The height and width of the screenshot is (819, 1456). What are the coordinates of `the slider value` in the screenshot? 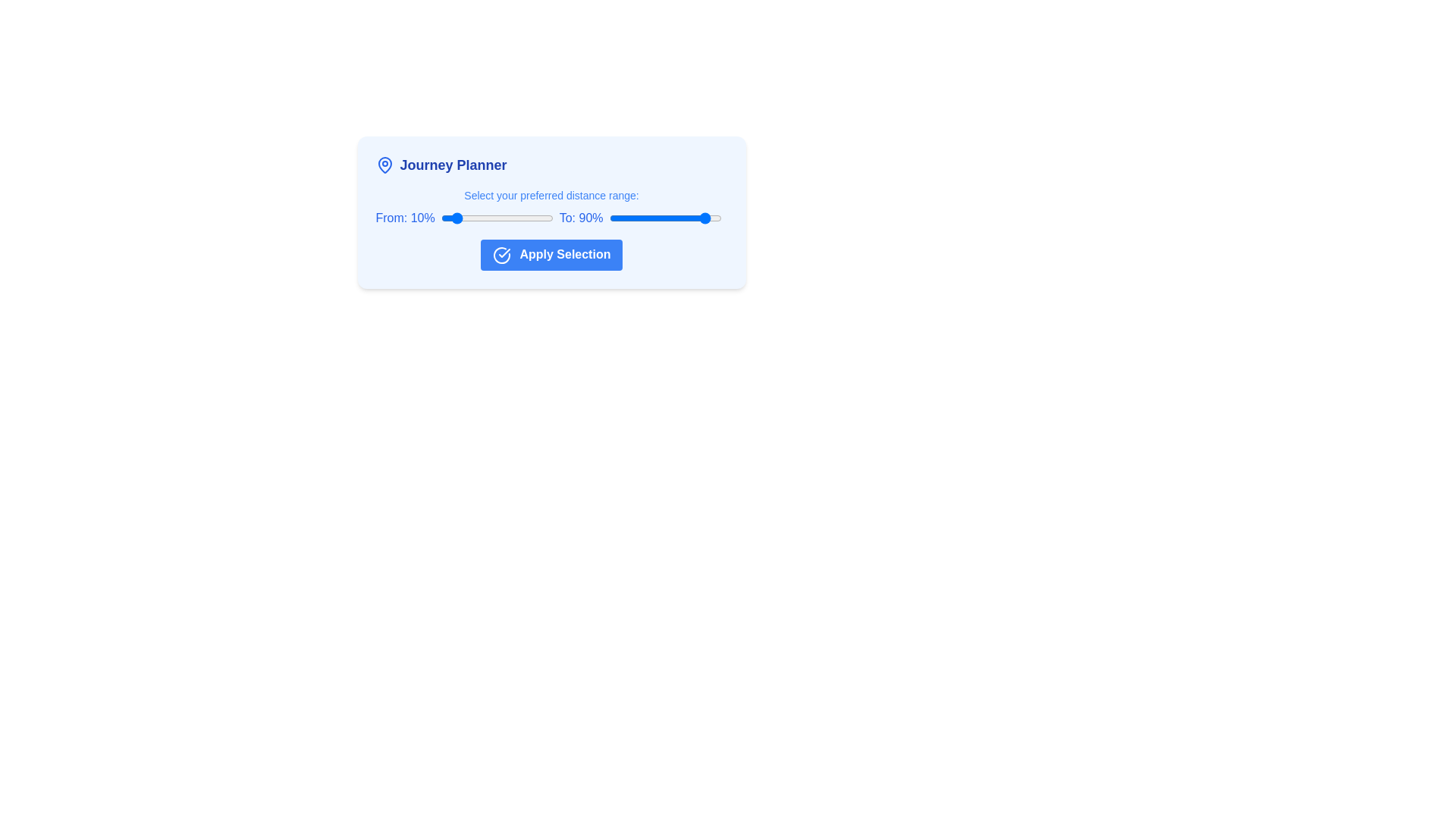 It's located at (701, 218).